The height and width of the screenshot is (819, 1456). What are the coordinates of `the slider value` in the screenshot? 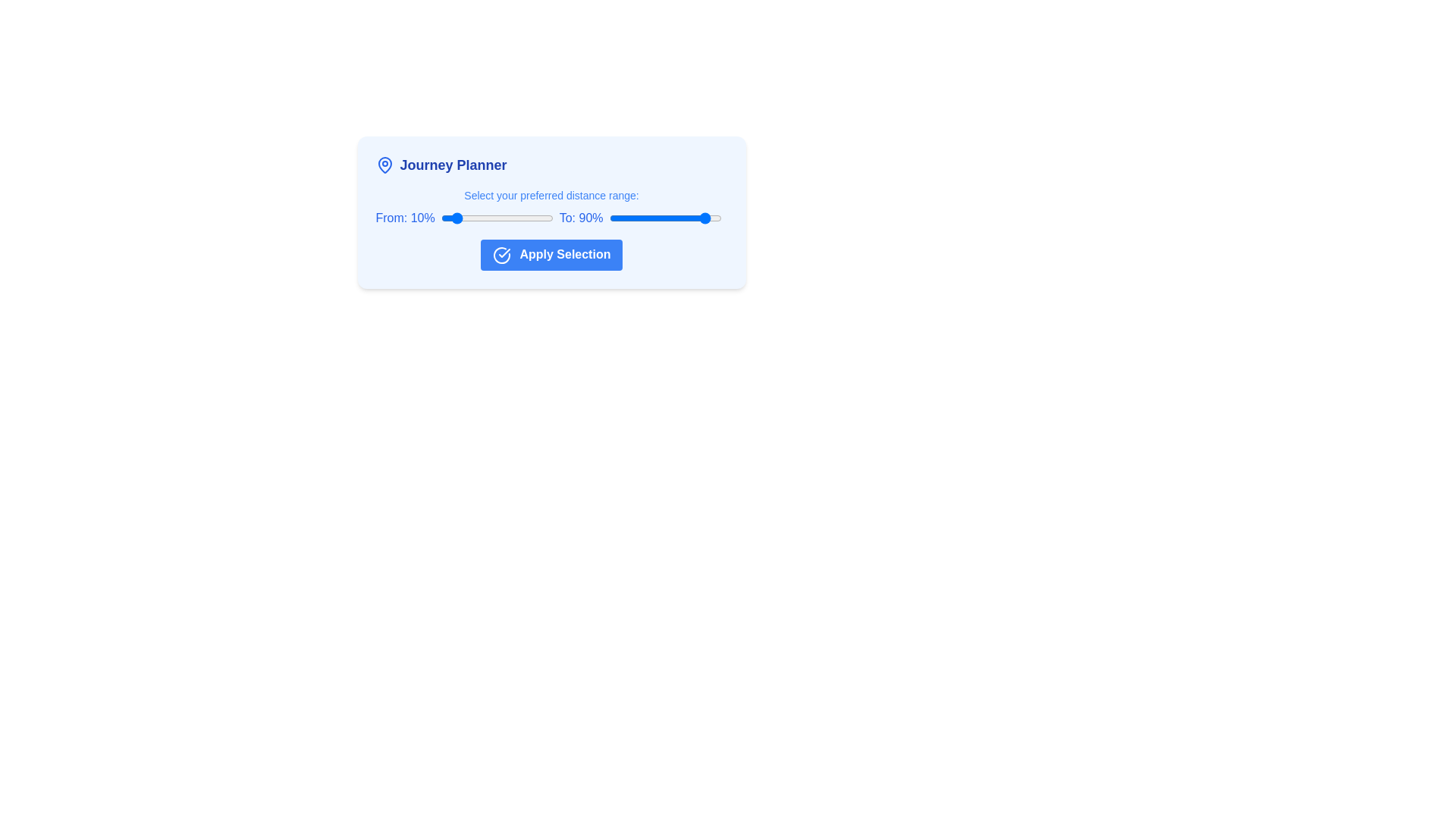 It's located at (701, 218).